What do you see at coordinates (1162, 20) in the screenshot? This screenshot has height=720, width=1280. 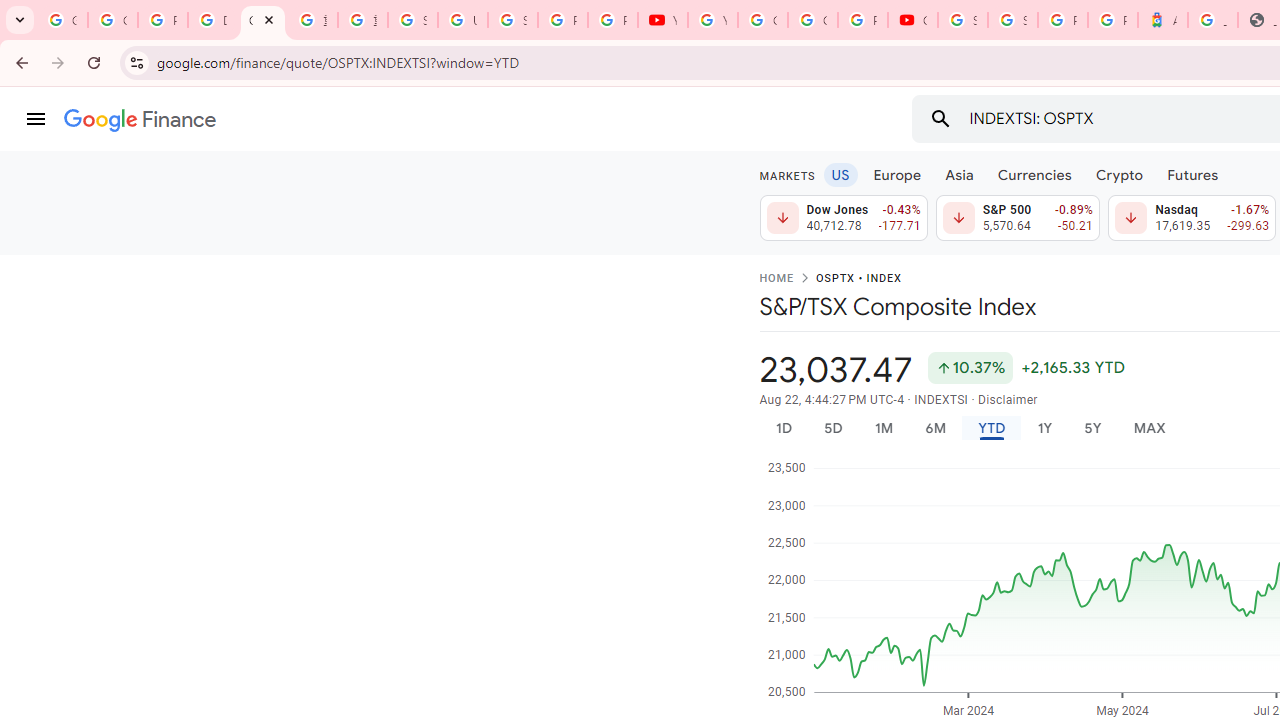 I see `'Atour Hotel - Google hotels'` at bounding box center [1162, 20].